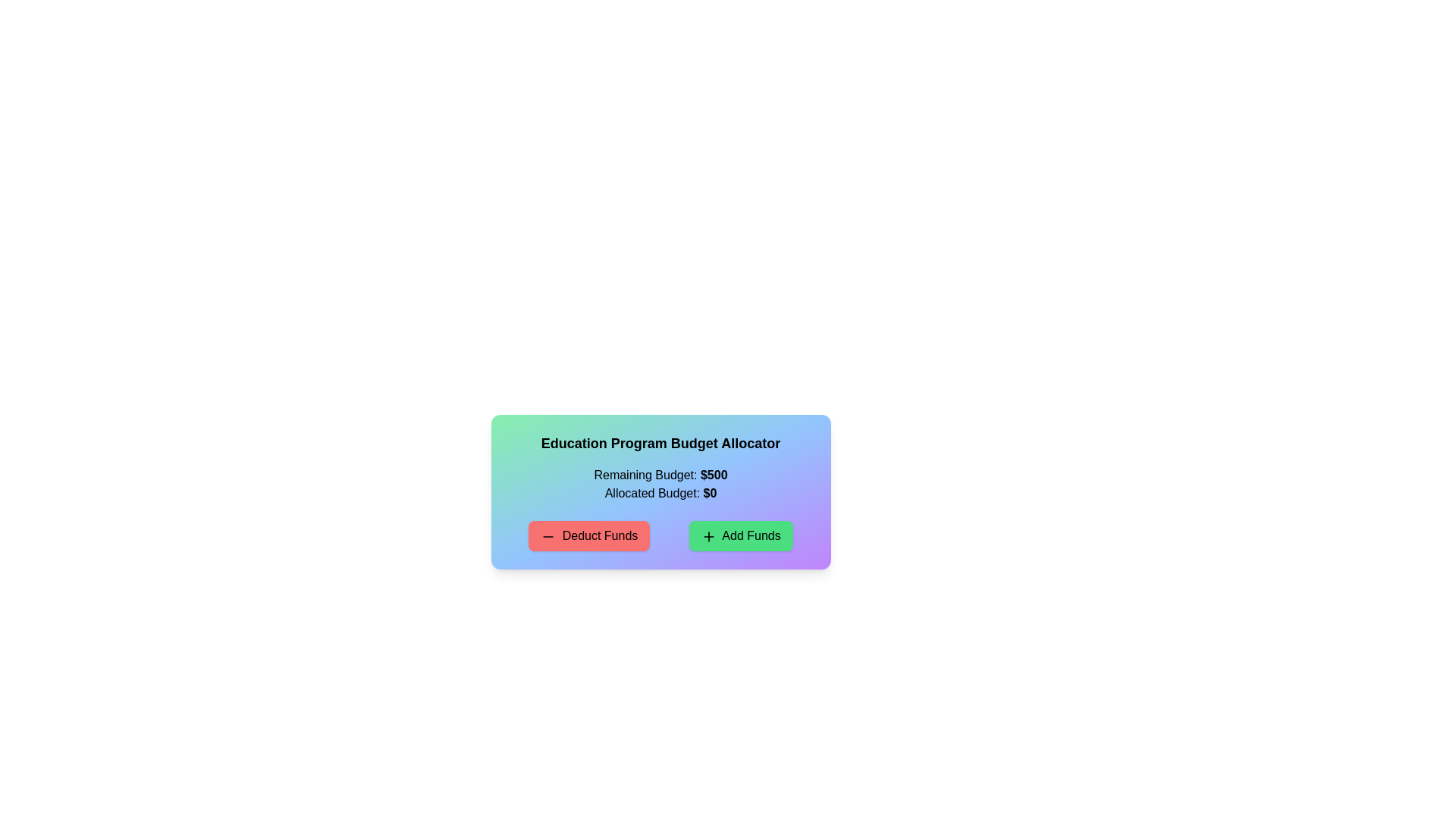 The width and height of the screenshot is (1456, 819). I want to click on the Informational Text Display that shows the current budget status, located below the title 'Education Program Budget Allocator', so click(661, 485).